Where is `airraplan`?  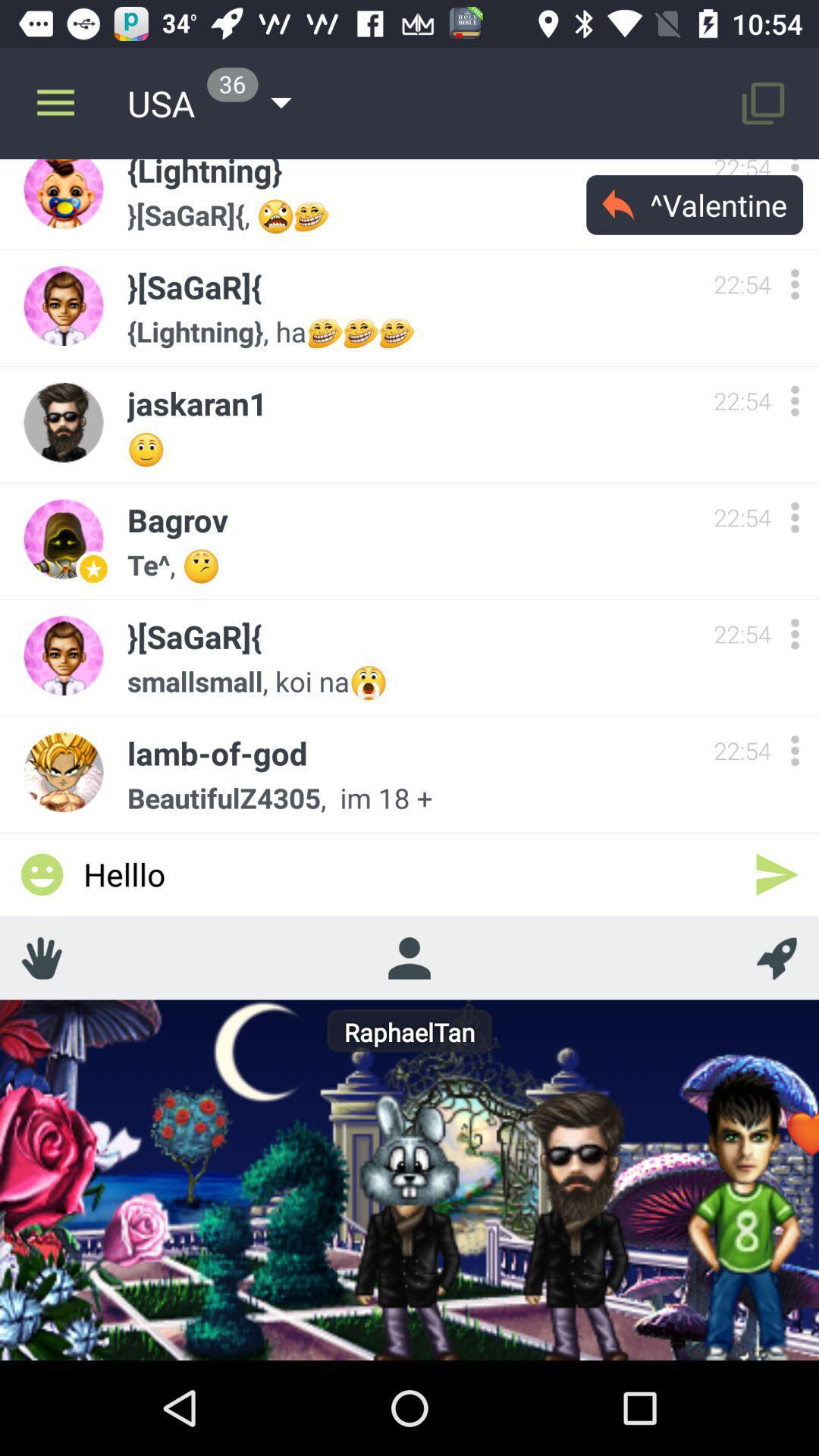
airraplan is located at coordinates (777, 957).